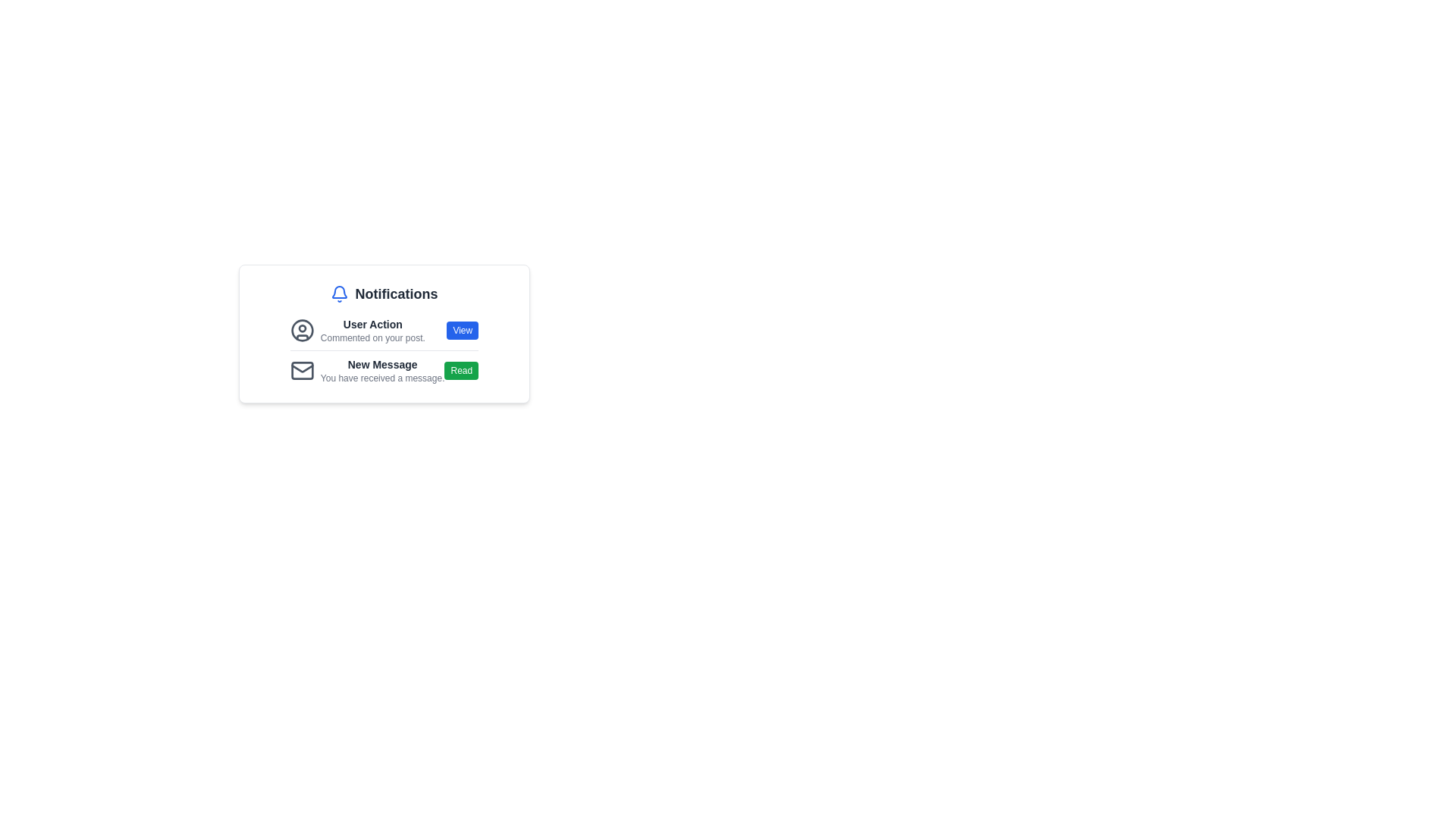 The width and height of the screenshot is (1456, 819). Describe the element at coordinates (462, 329) in the screenshot. I see `the 'View' button, which is a rectangular button with white text on a blue background, located in the upper right corner of the notification entry` at that location.